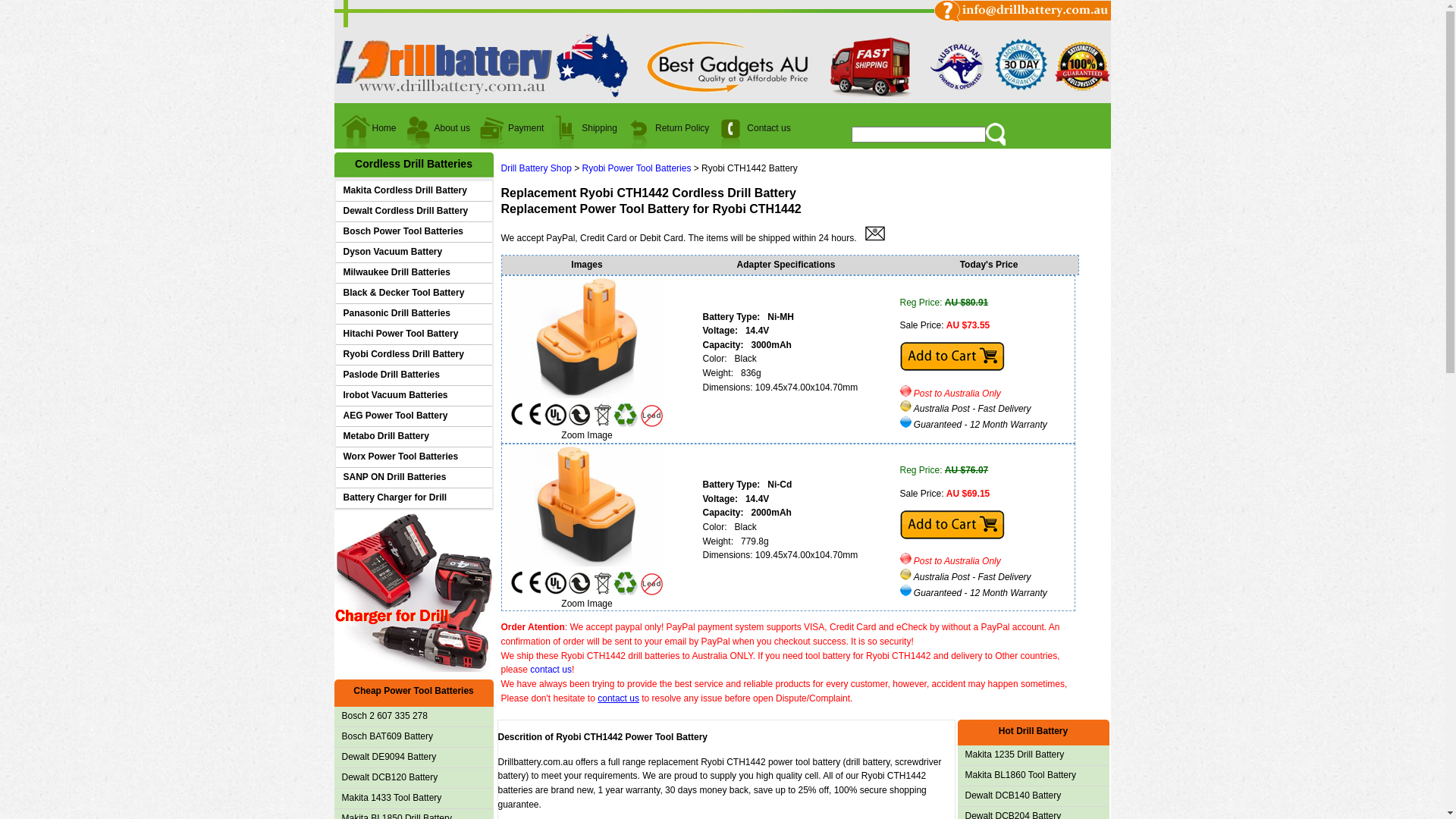 The image size is (1456, 819). Describe the element at coordinates (413, 312) in the screenshot. I see `'Panasonic Drill Batteries'` at that location.